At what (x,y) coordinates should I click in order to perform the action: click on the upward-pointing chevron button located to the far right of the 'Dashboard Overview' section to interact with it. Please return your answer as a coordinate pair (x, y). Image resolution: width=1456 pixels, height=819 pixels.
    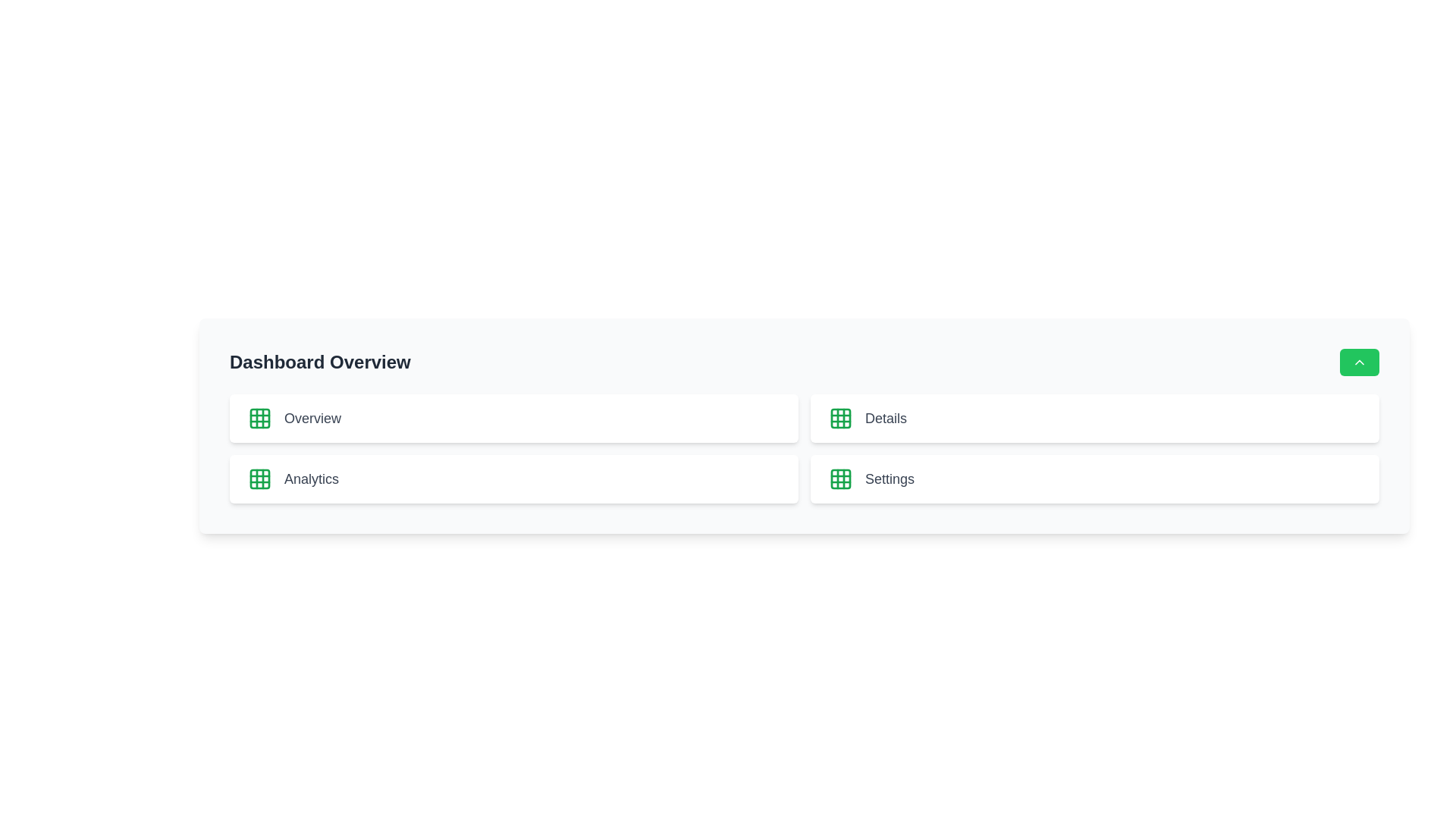
    Looking at the image, I should click on (1360, 362).